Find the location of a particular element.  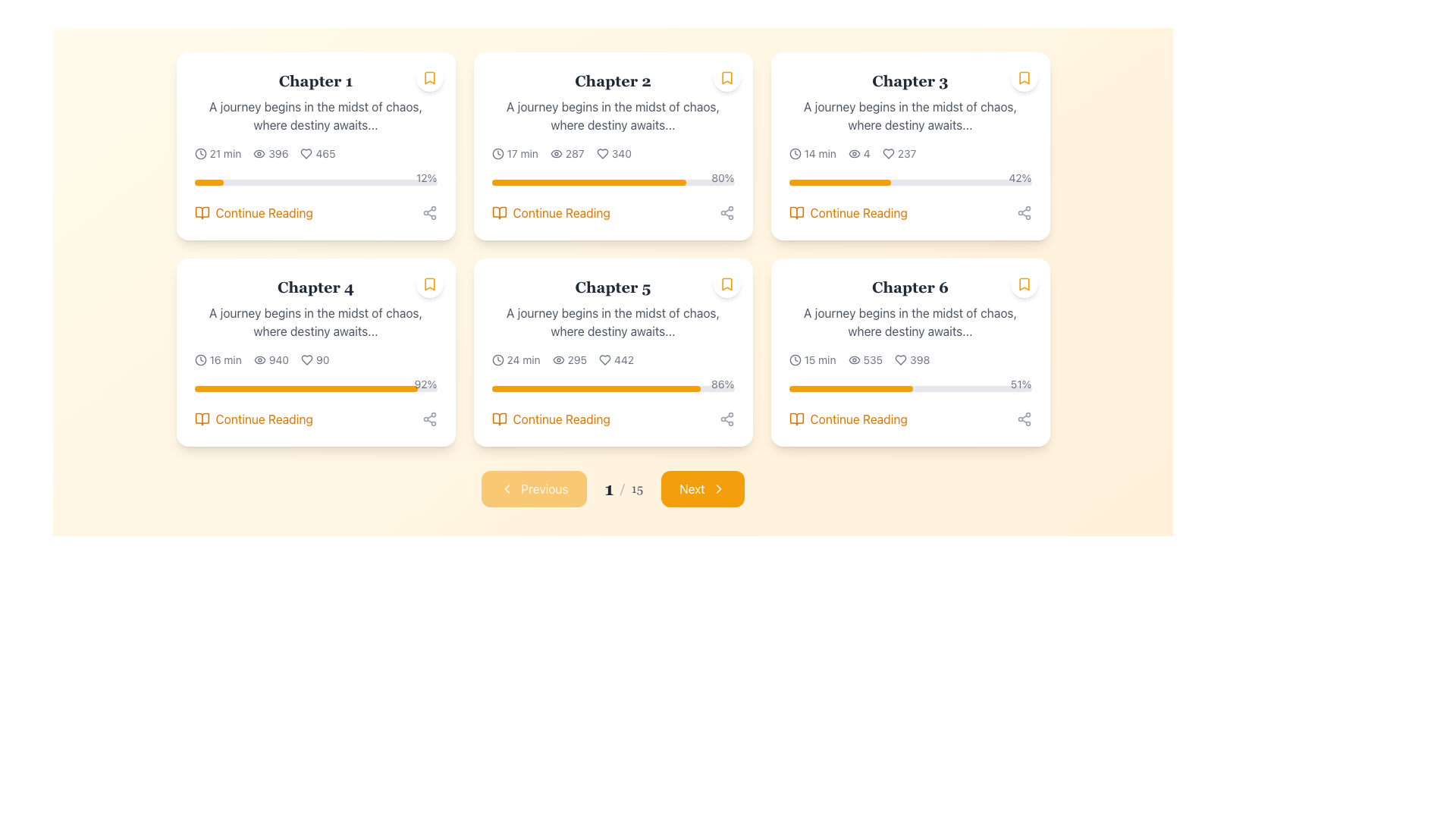

the text with heart icon showing '442', located within the card for 'Chapter 5' in the middle row and second column of the grid layout is located at coordinates (617, 359).